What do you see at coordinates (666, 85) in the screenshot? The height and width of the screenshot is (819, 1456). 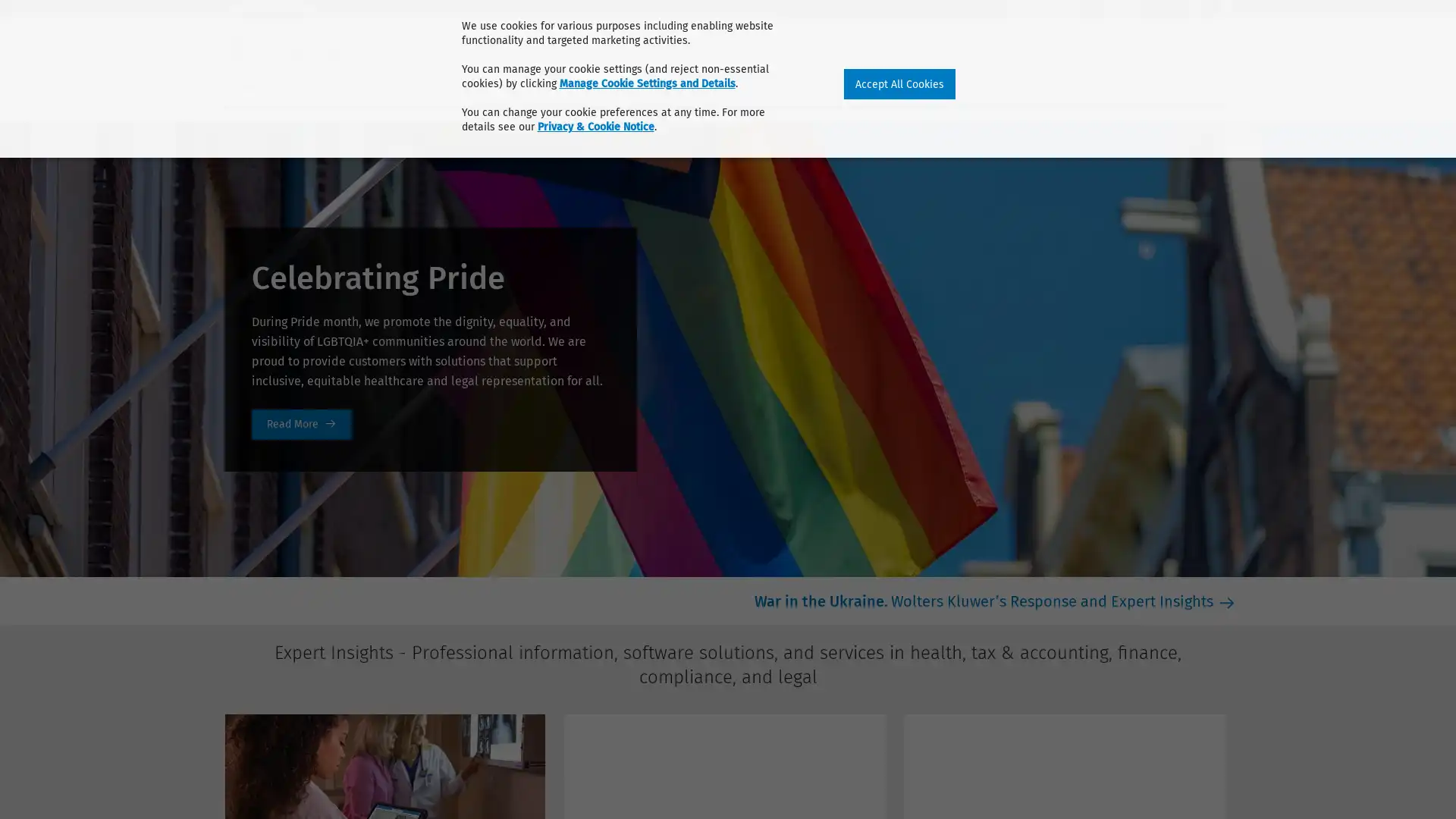 I see `Legal` at bounding box center [666, 85].